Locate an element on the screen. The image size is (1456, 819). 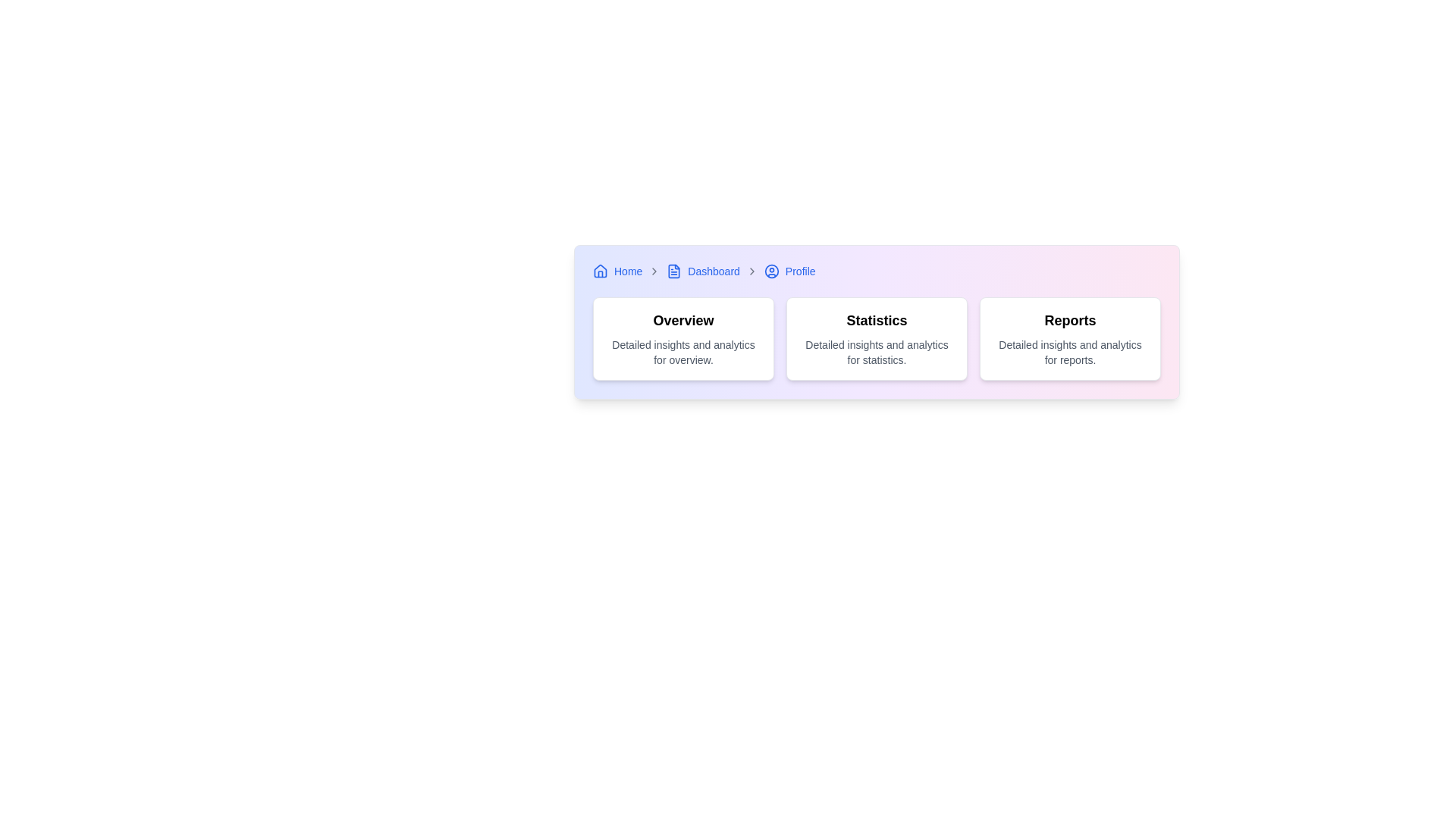
the text block that provides a description for the 'Reports' section, located below the title 'Reports' in the bottom half of the card is located at coordinates (1069, 353).